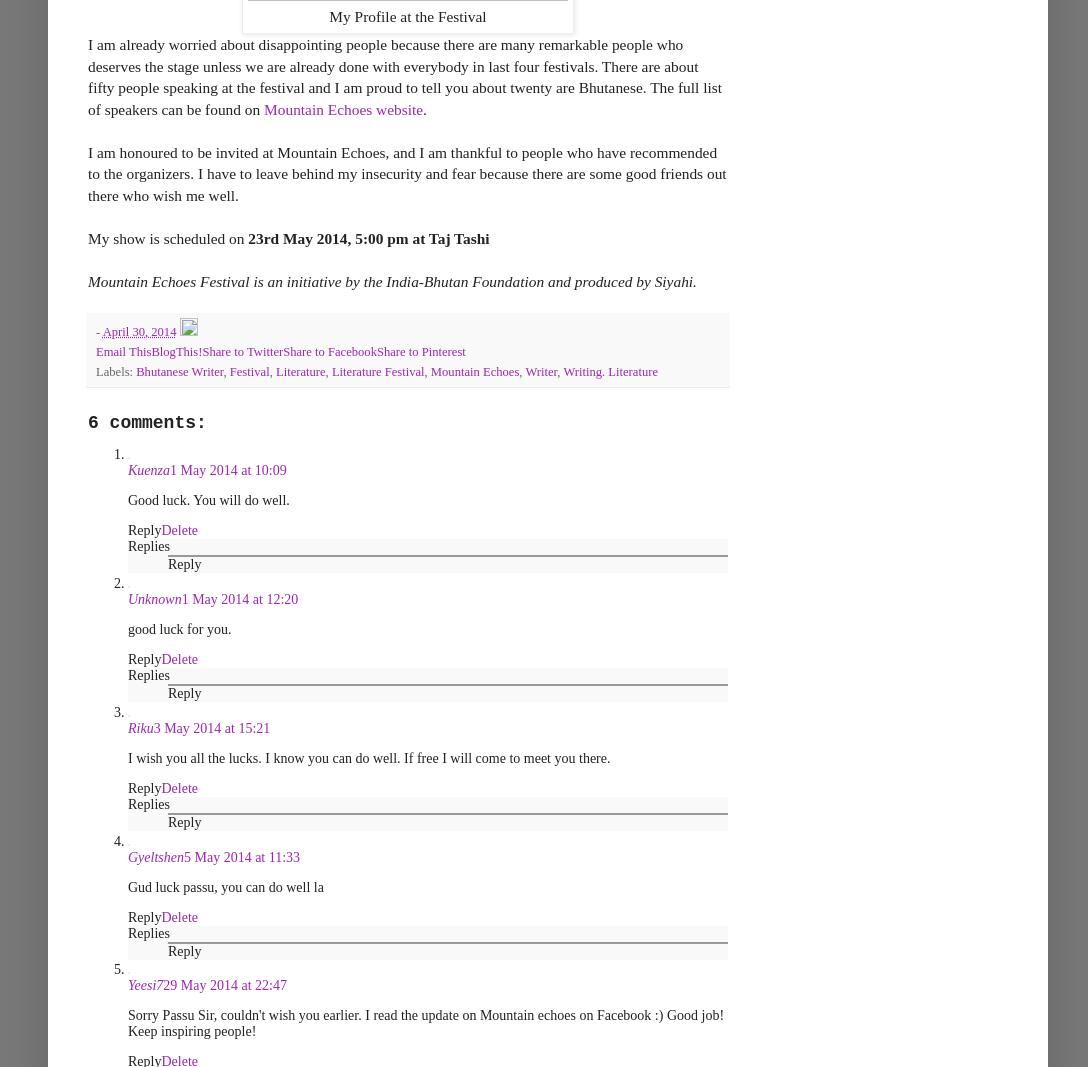 The height and width of the screenshot is (1067, 1088). I want to click on 'Share to Twitter', so click(241, 351).